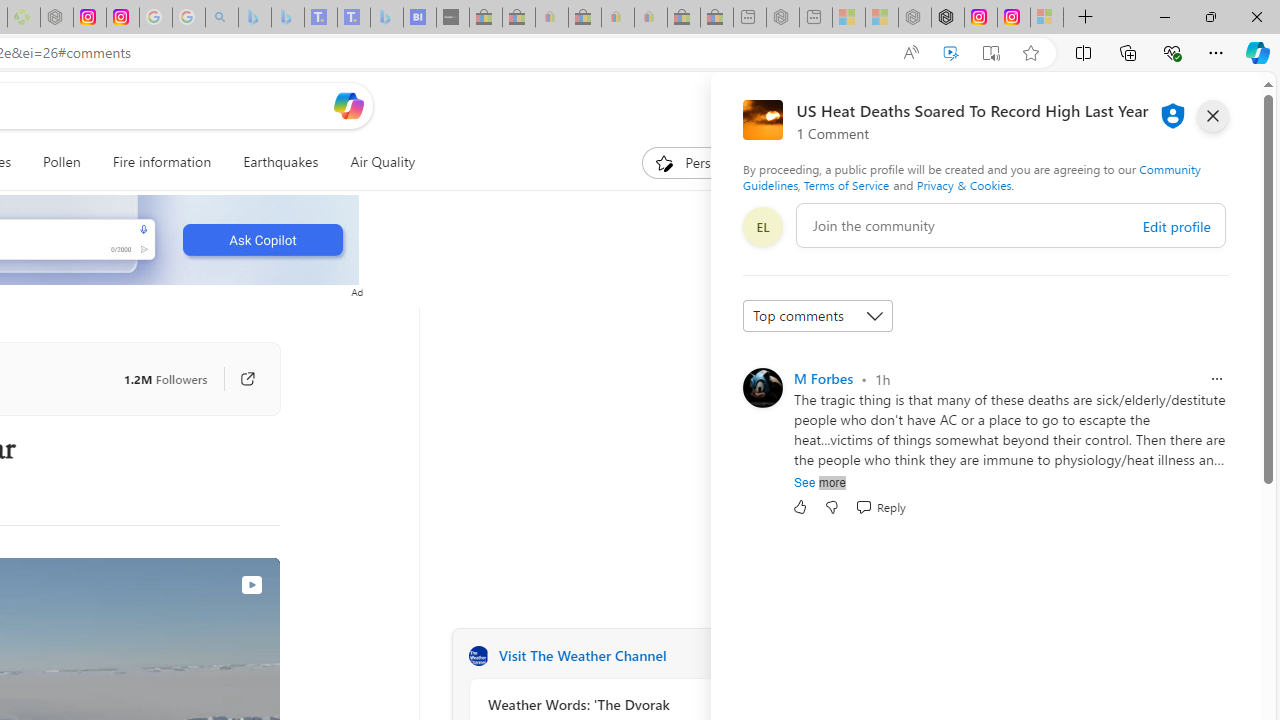 This screenshot has width=1280, height=720. What do you see at coordinates (222, 17) in the screenshot?
I see `'alabama high school quarterback dies - Search - Sleeping'` at bounding box center [222, 17].